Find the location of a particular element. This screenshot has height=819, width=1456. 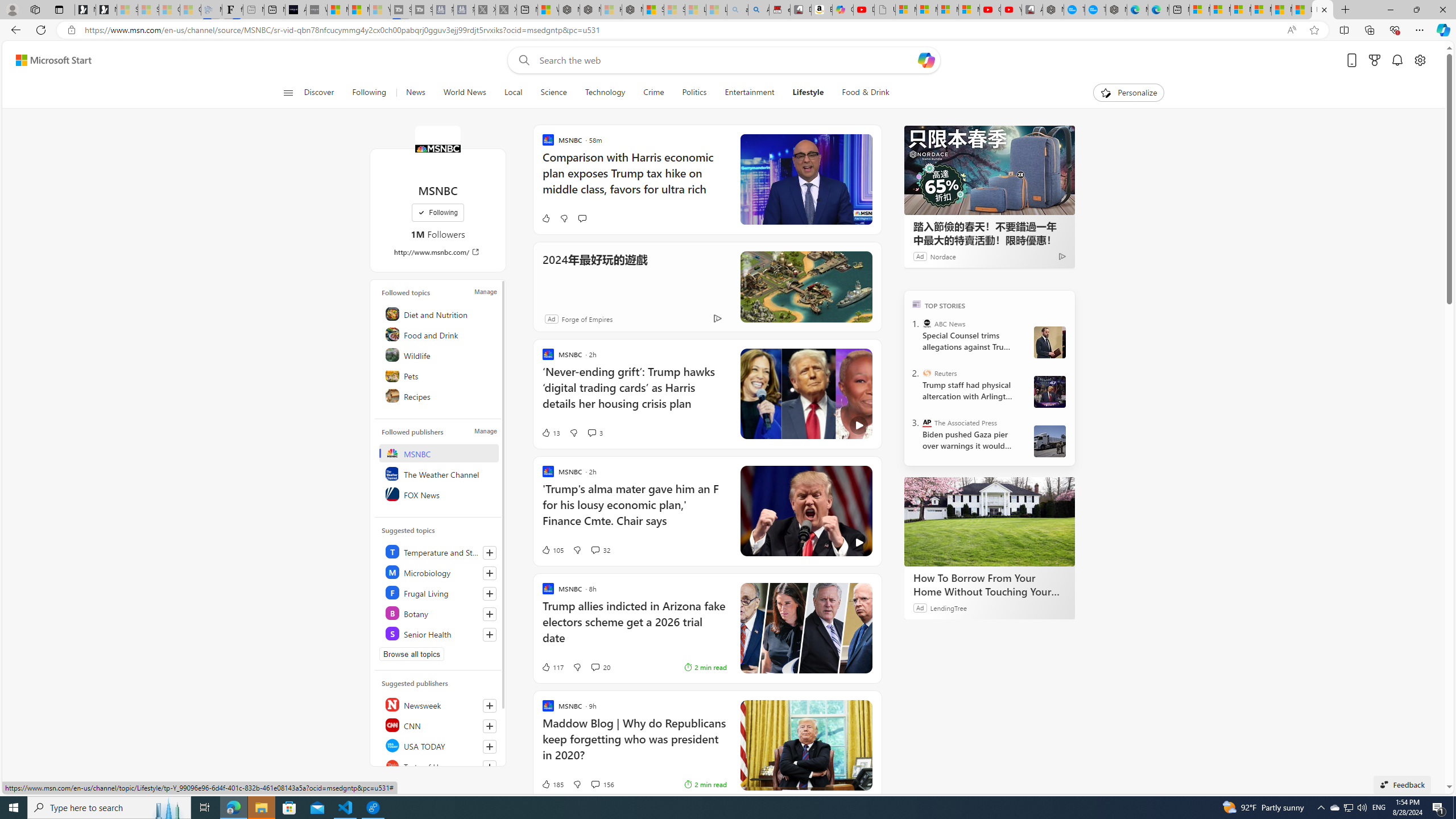

'Nordace - My Account' is located at coordinates (1053, 9).